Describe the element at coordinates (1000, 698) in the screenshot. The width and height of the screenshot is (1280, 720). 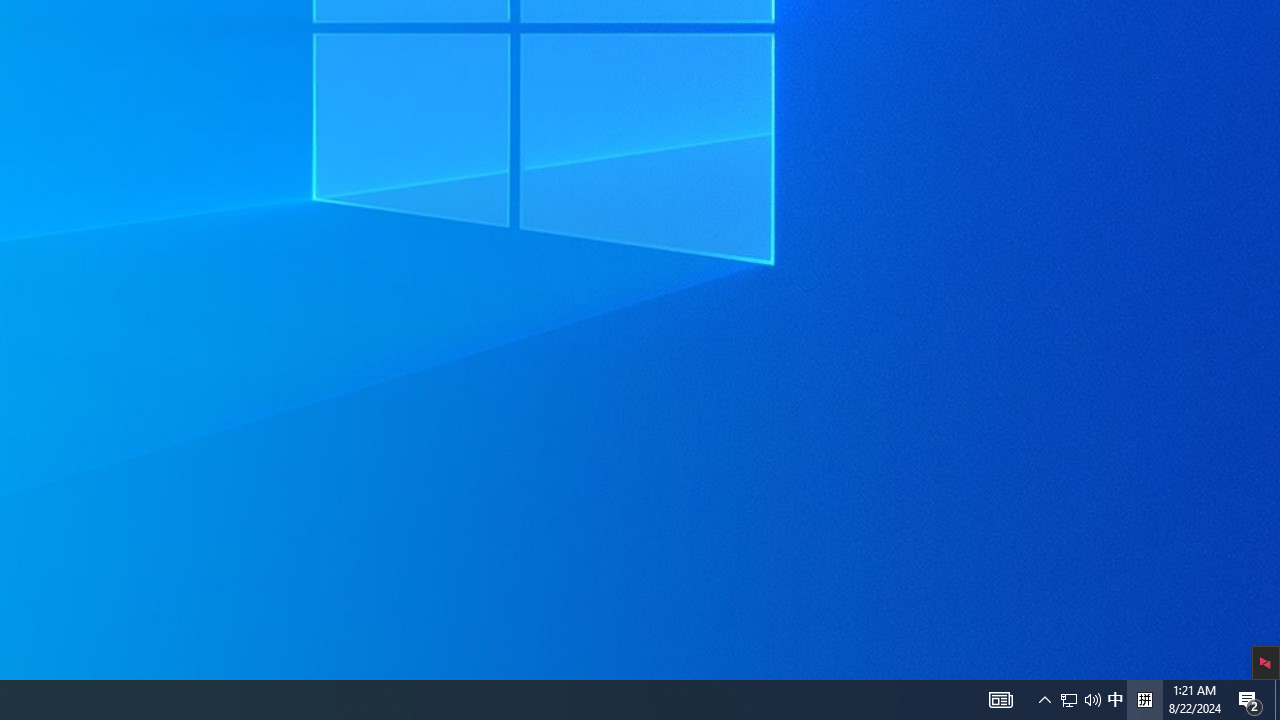
I see `'AutomationID: 4105'` at that location.